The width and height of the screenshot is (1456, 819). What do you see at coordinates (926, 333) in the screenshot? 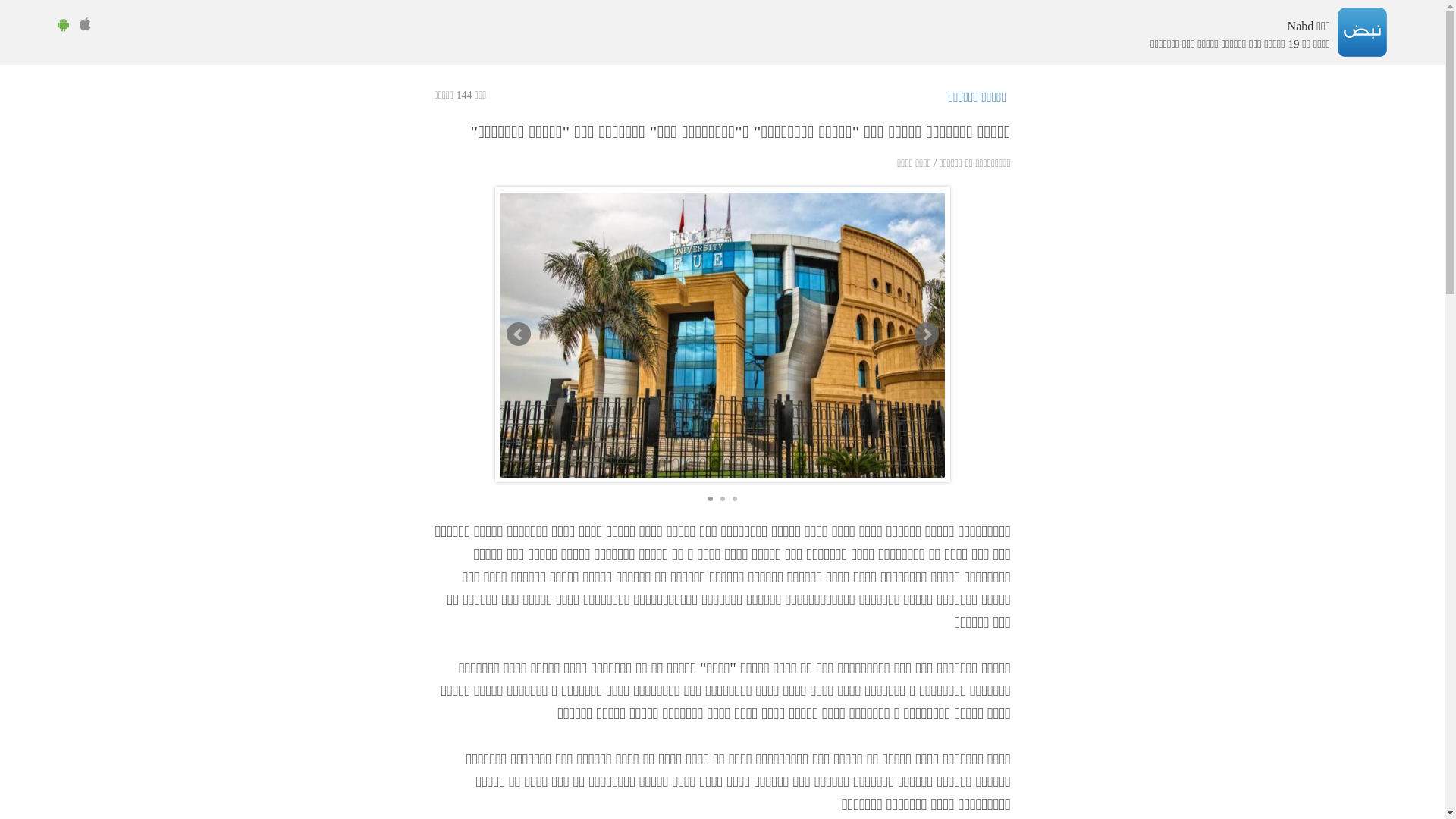
I see `'Next'` at bounding box center [926, 333].